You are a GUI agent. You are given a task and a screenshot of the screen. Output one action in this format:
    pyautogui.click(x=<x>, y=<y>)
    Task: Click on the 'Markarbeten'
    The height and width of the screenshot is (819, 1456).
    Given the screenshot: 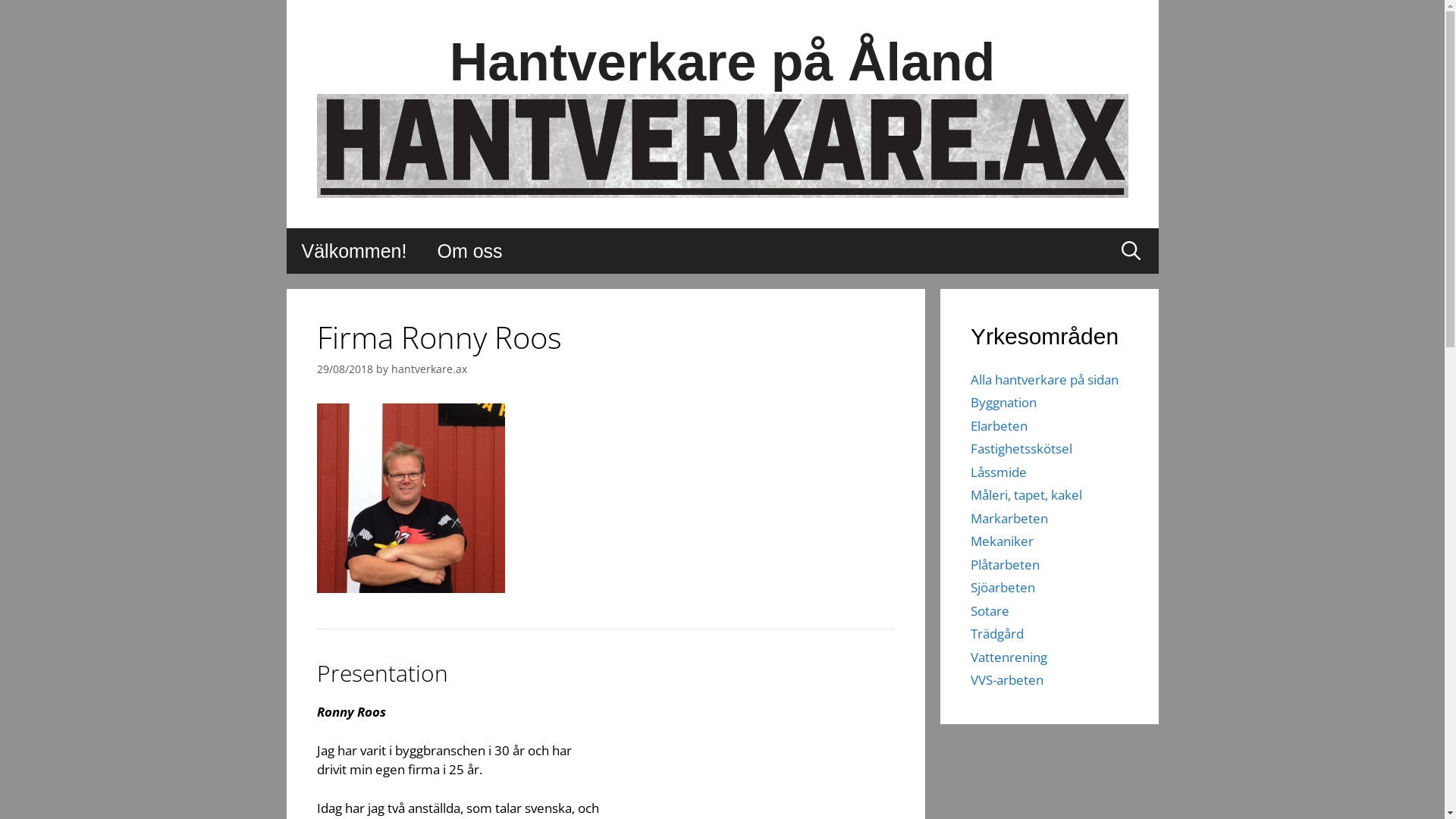 What is the action you would take?
    pyautogui.click(x=1009, y=517)
    